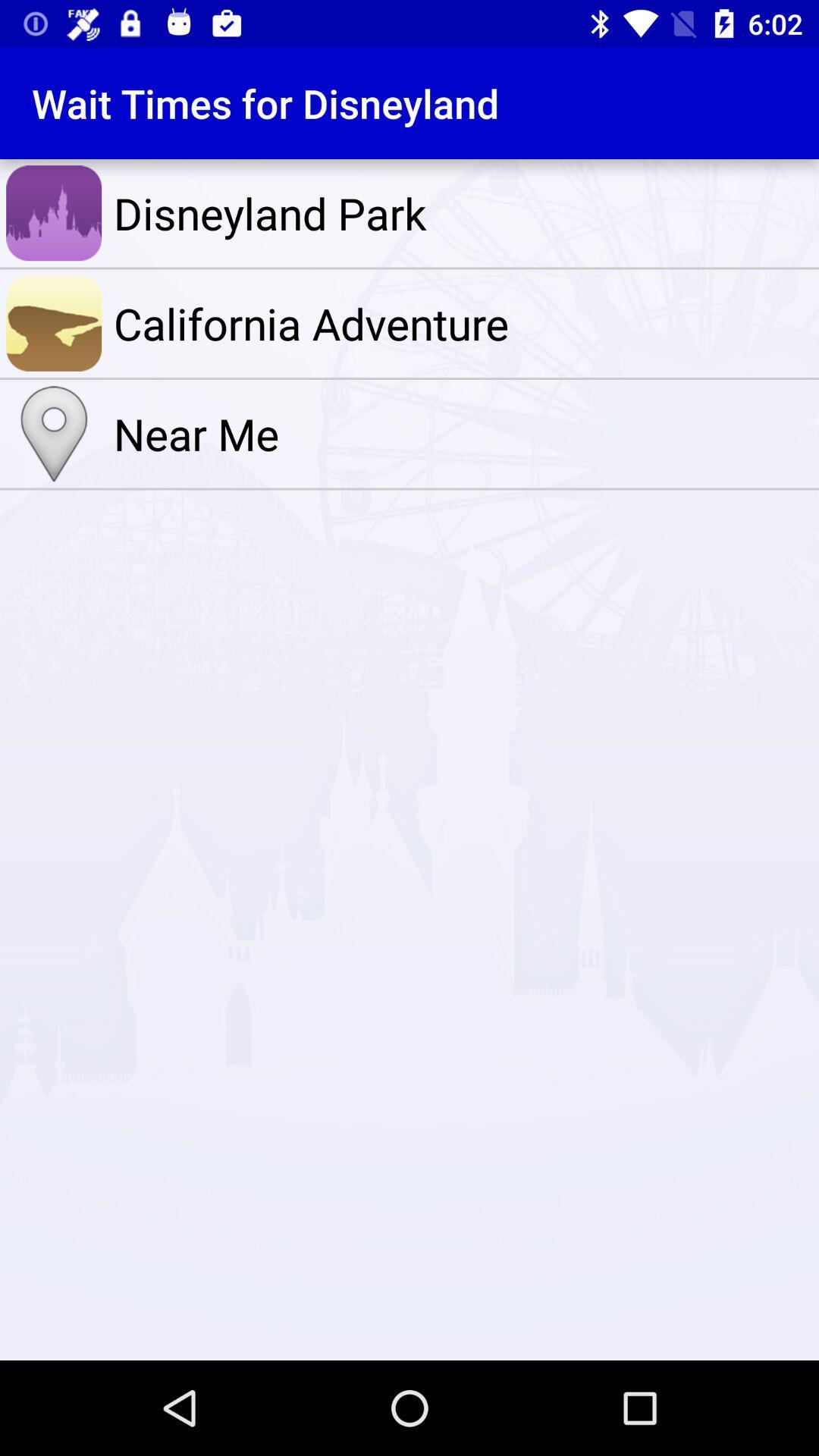  I want to click on the near me, so click(462, 433).